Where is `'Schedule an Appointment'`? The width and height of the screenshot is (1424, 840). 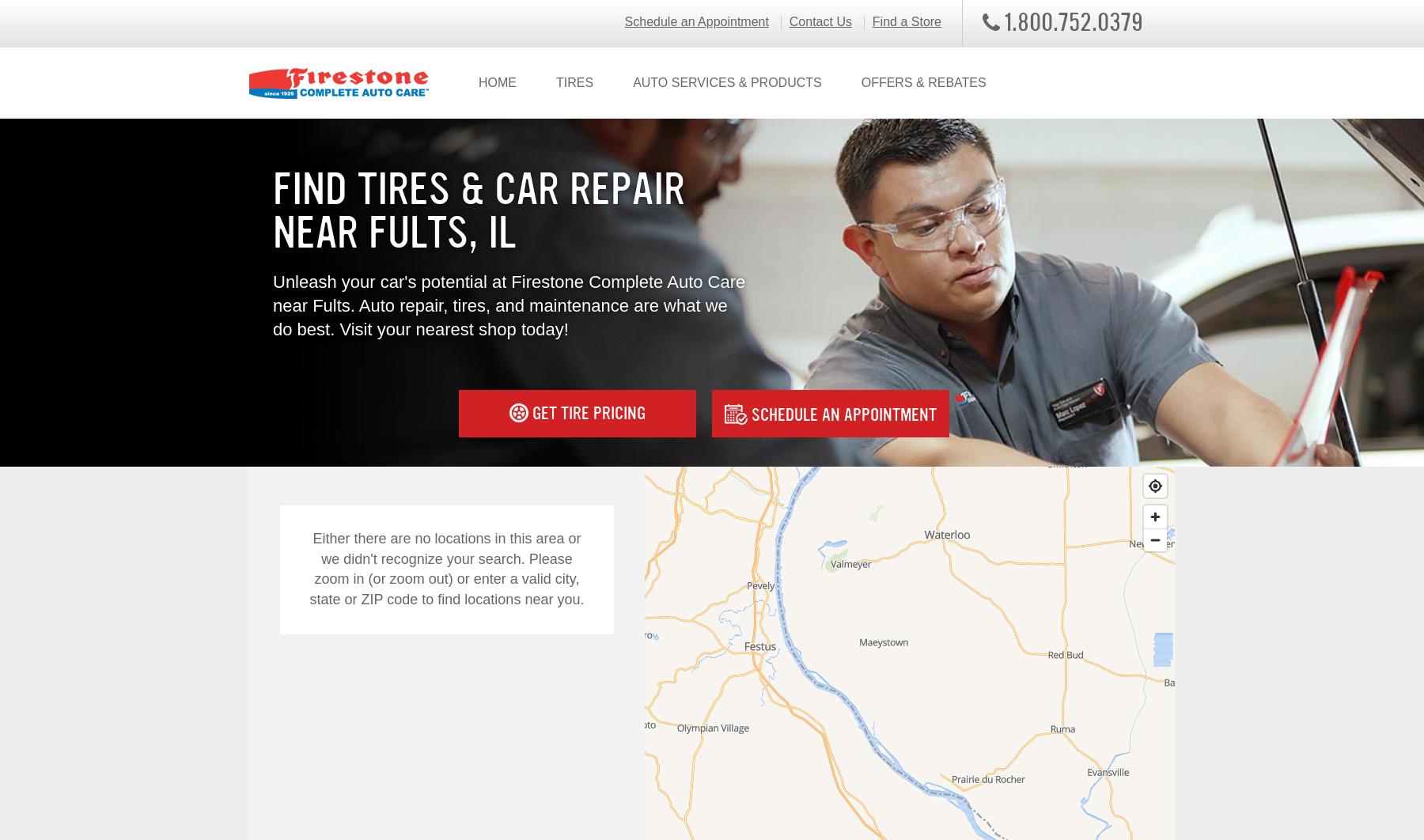 'Schedule an Appointment' is located at coordinates (842, 413).